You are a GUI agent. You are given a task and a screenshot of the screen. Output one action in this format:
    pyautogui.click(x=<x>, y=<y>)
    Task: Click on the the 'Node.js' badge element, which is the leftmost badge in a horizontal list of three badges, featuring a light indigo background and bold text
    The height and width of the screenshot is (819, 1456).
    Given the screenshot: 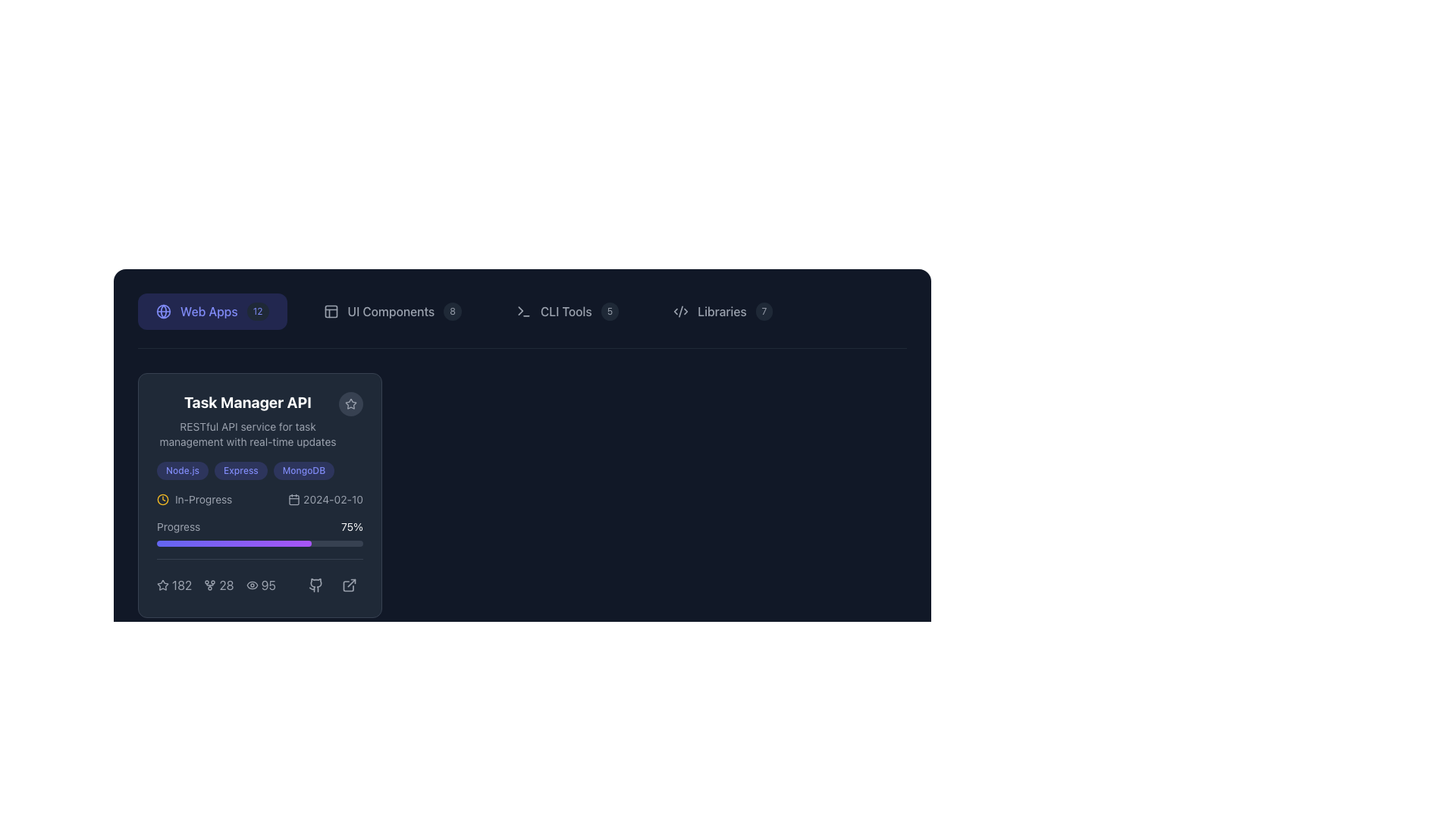 What is the action you would take?
    pyautogui.click(x=182, y=470)
    